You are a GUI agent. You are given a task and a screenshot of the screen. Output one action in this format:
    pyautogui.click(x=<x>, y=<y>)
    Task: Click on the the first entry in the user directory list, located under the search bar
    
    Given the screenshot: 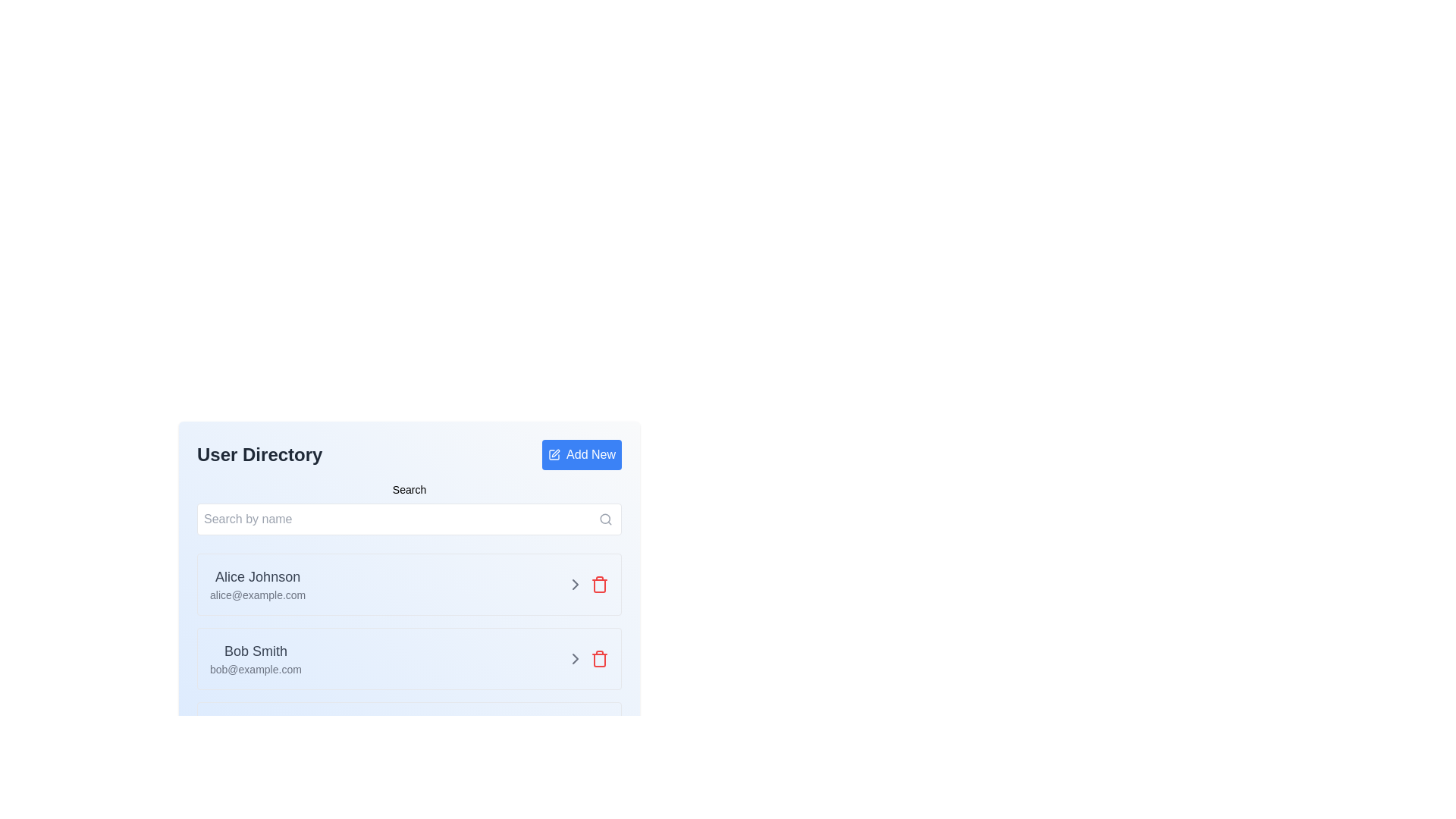 What is the action you would take?
    pyautogui.click(x=409, y=559)
    